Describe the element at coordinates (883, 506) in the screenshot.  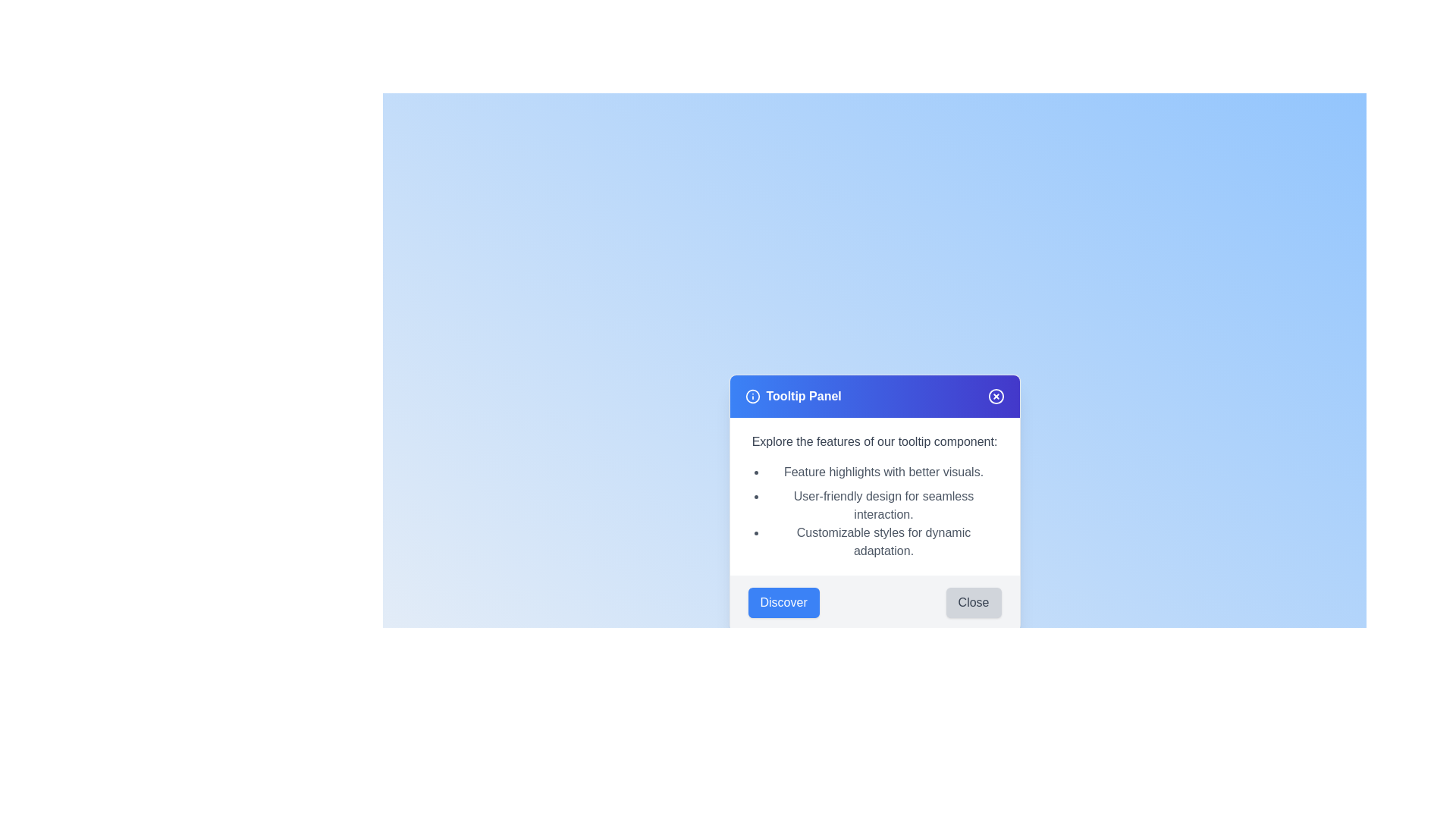
I see `the text element that reads 'User-friendly design for seamless interaction.' which is the second item in a bullet-point list within a tooltip component` at that location.